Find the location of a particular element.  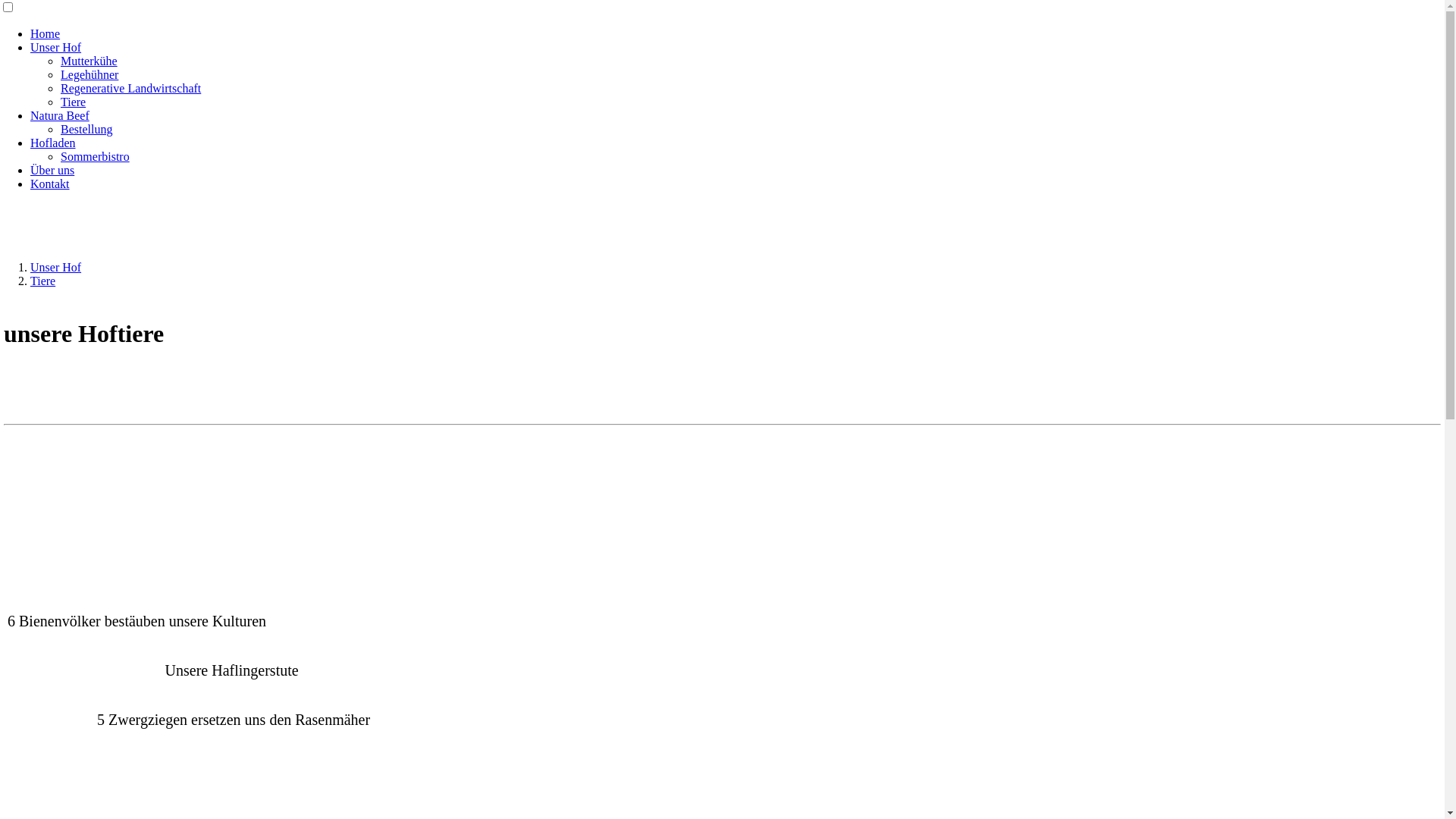

'Kontakt' is located at coordinates (50, 183).